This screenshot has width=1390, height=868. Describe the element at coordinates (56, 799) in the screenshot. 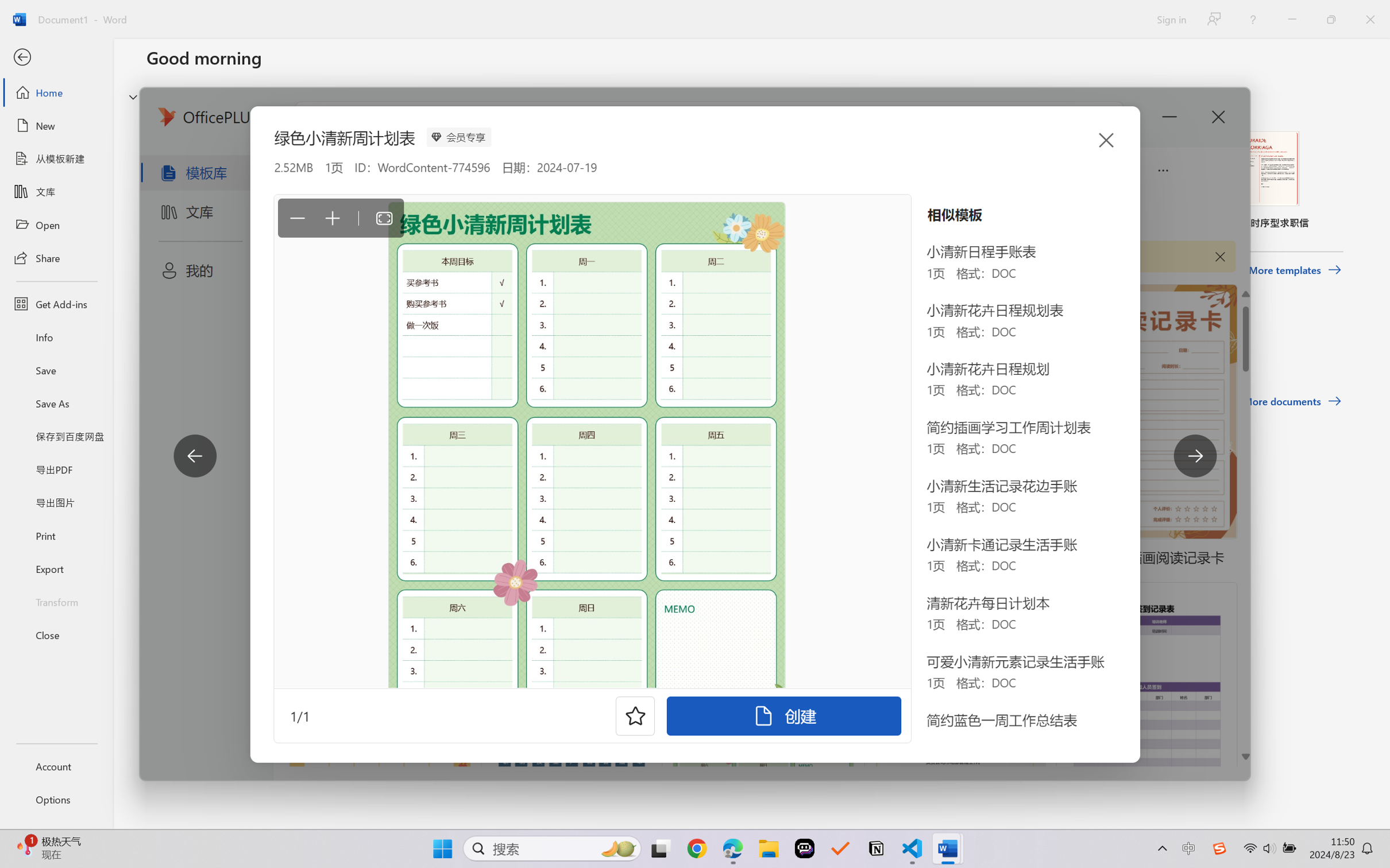

I see `'Options'` at that location.